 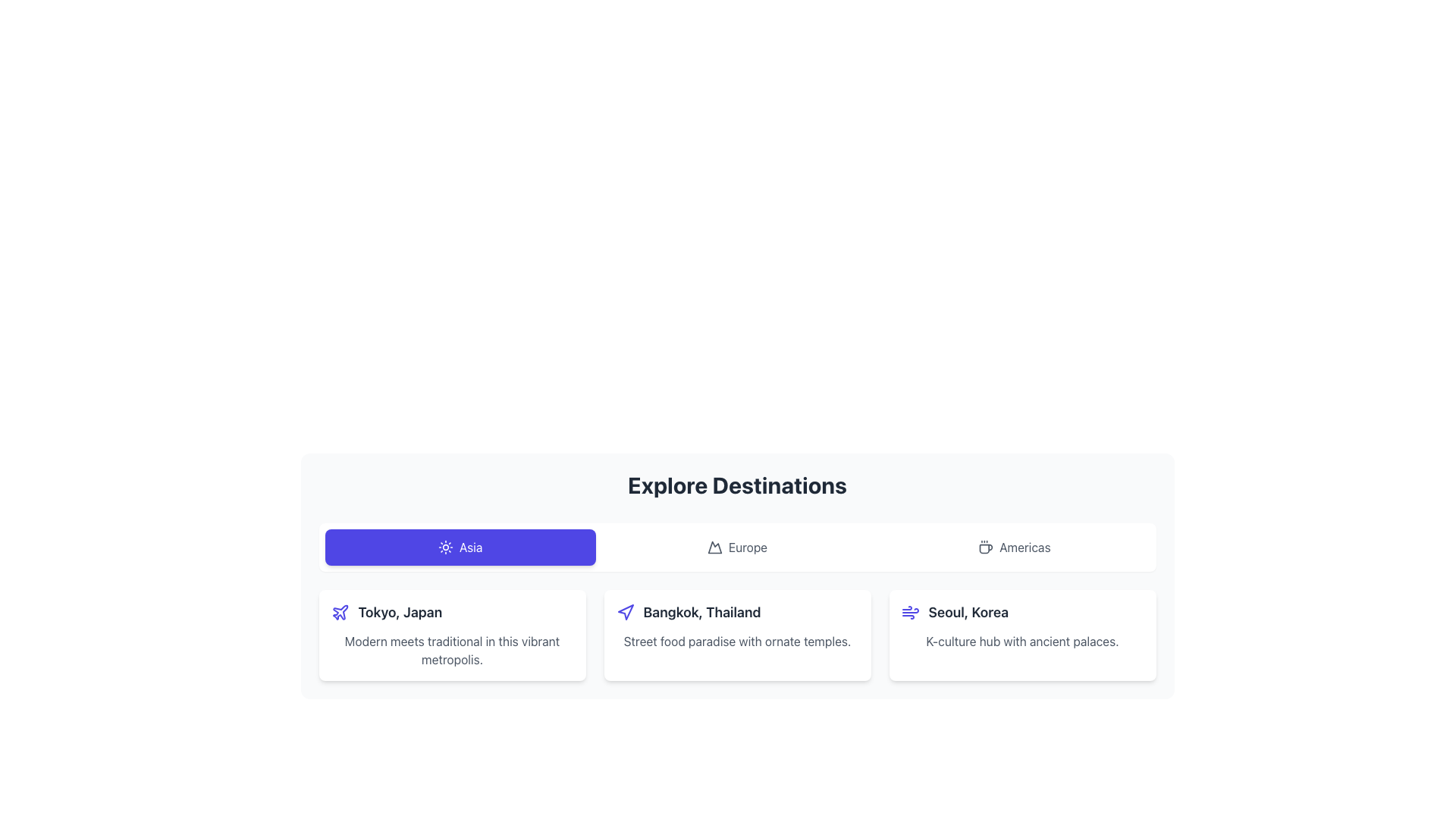 What do you see at coordinates (444, 547) in the screenshot?
I see `the sun-like icon located within the 'Asia' button, positioned to the left of the text 'Asia' in the 'Explore Destinations' section` at bounding box center [444, 547].